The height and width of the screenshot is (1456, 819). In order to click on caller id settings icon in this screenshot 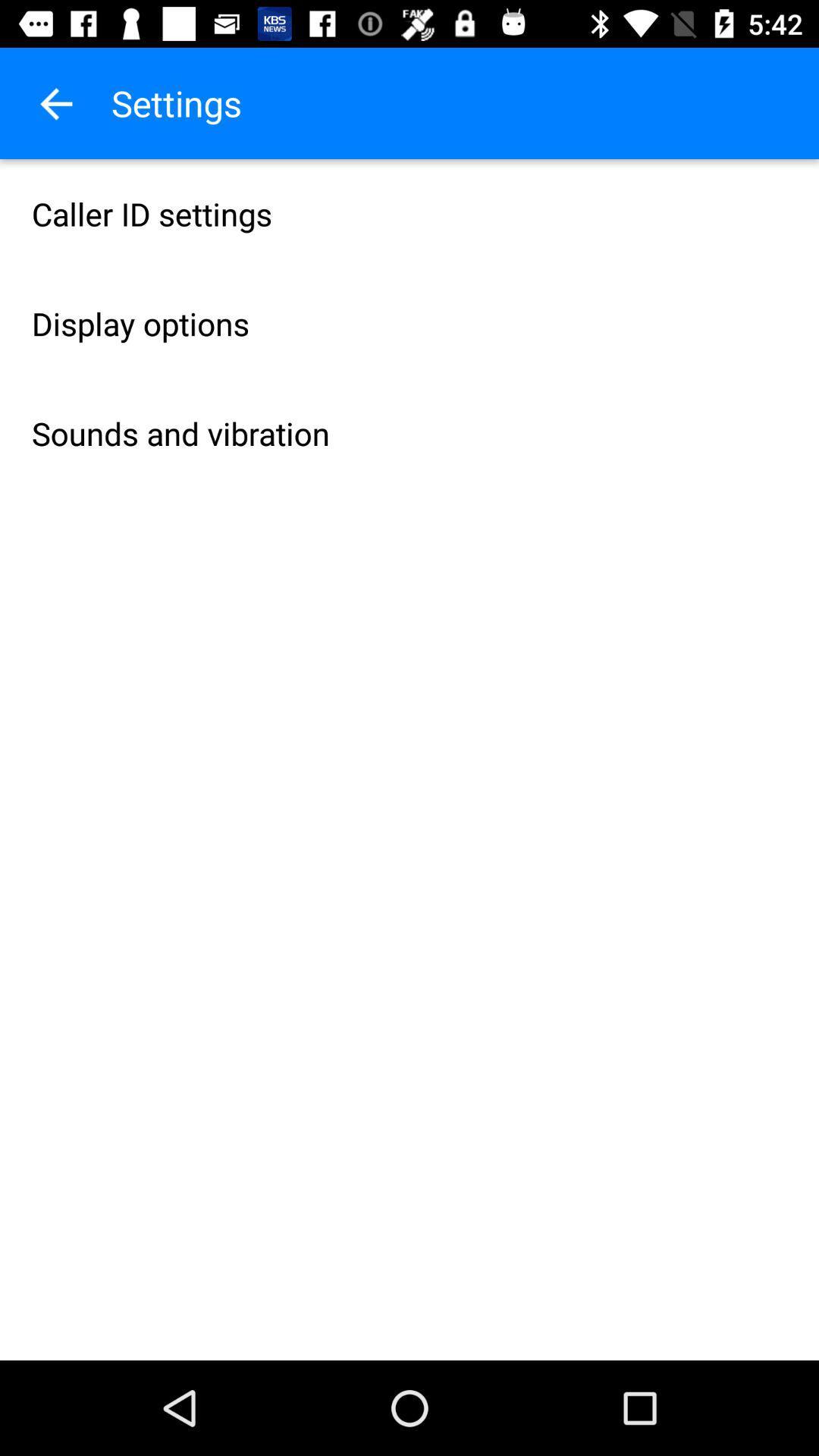, I will do `click(409, 213)`.